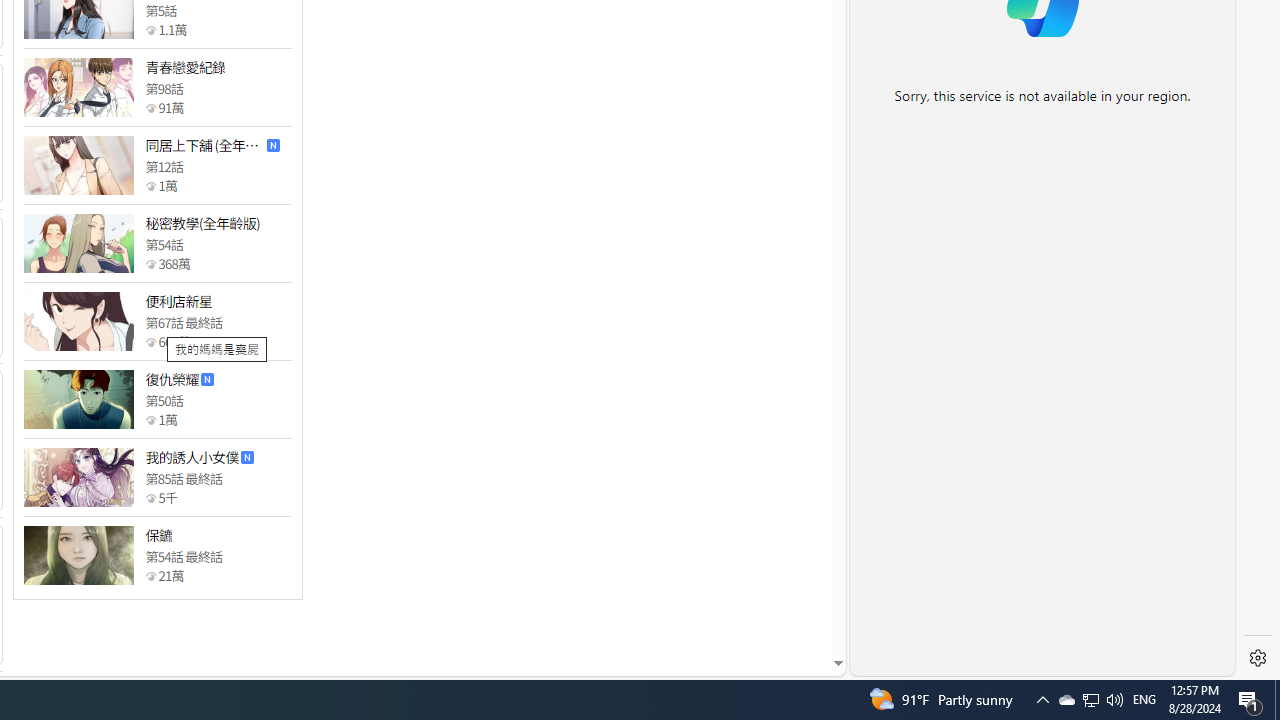  Describe the element at coordinates (1257, 658) in the screenshot. I see `'Settings'` at that location.